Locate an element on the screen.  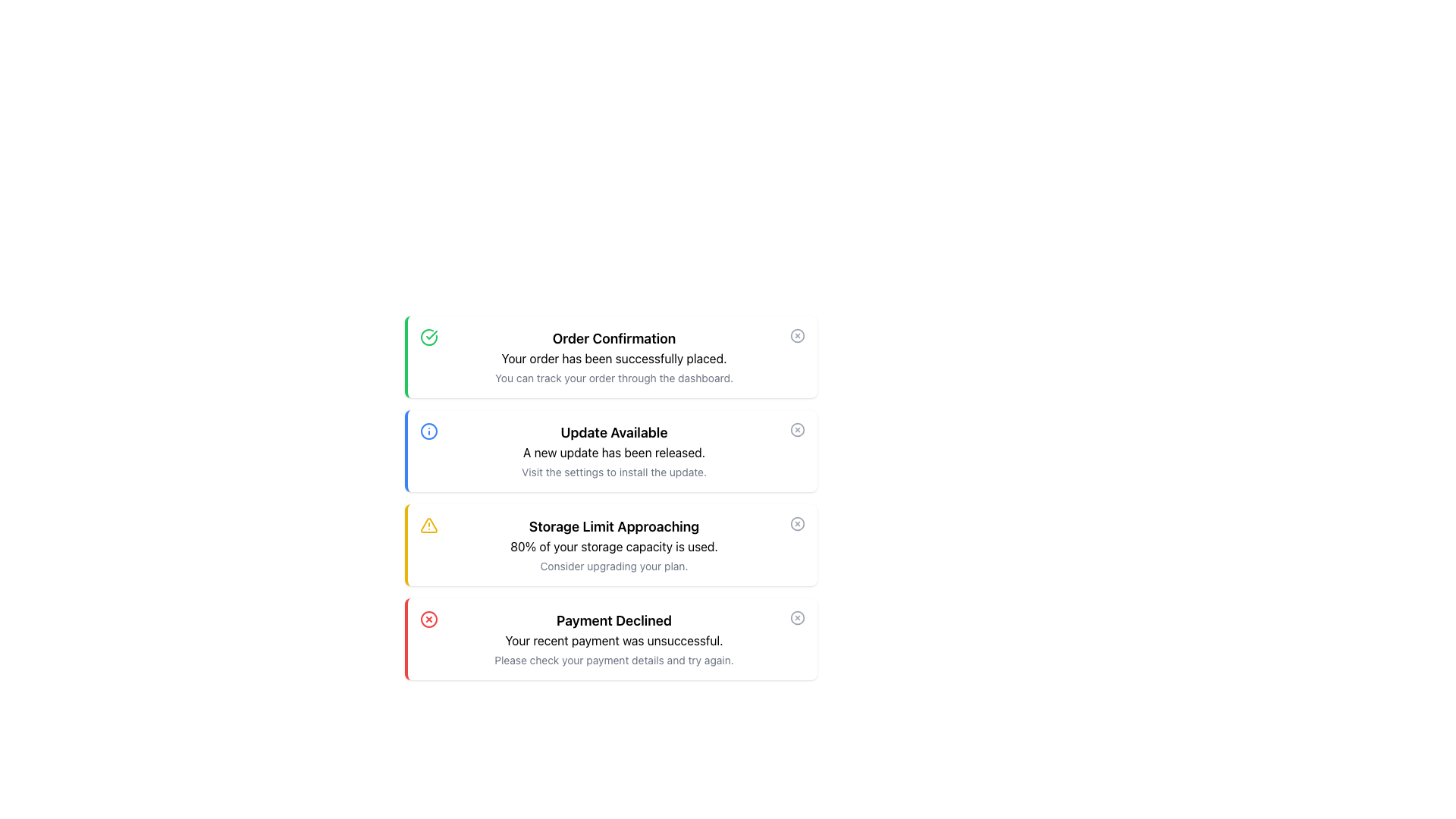
the red circular icon with a diagonal cross indicating an error, located at the top-left of the 'Payment Declined' notification card is located at coordinates (428, 620).